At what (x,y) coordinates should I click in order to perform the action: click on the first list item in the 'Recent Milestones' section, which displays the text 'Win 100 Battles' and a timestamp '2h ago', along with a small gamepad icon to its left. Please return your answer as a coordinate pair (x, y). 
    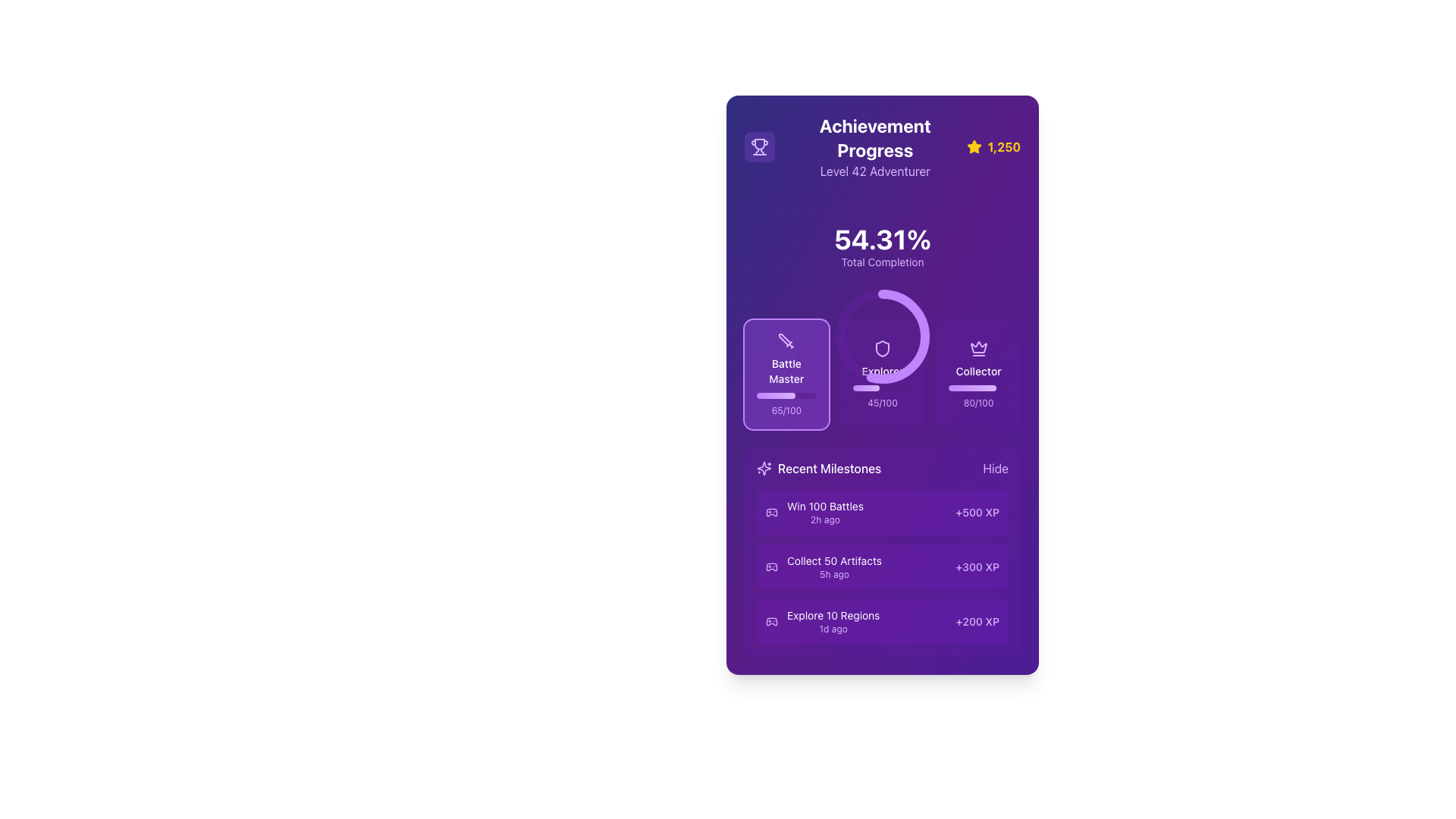
    Looking at the image, I should click on (814, 512).